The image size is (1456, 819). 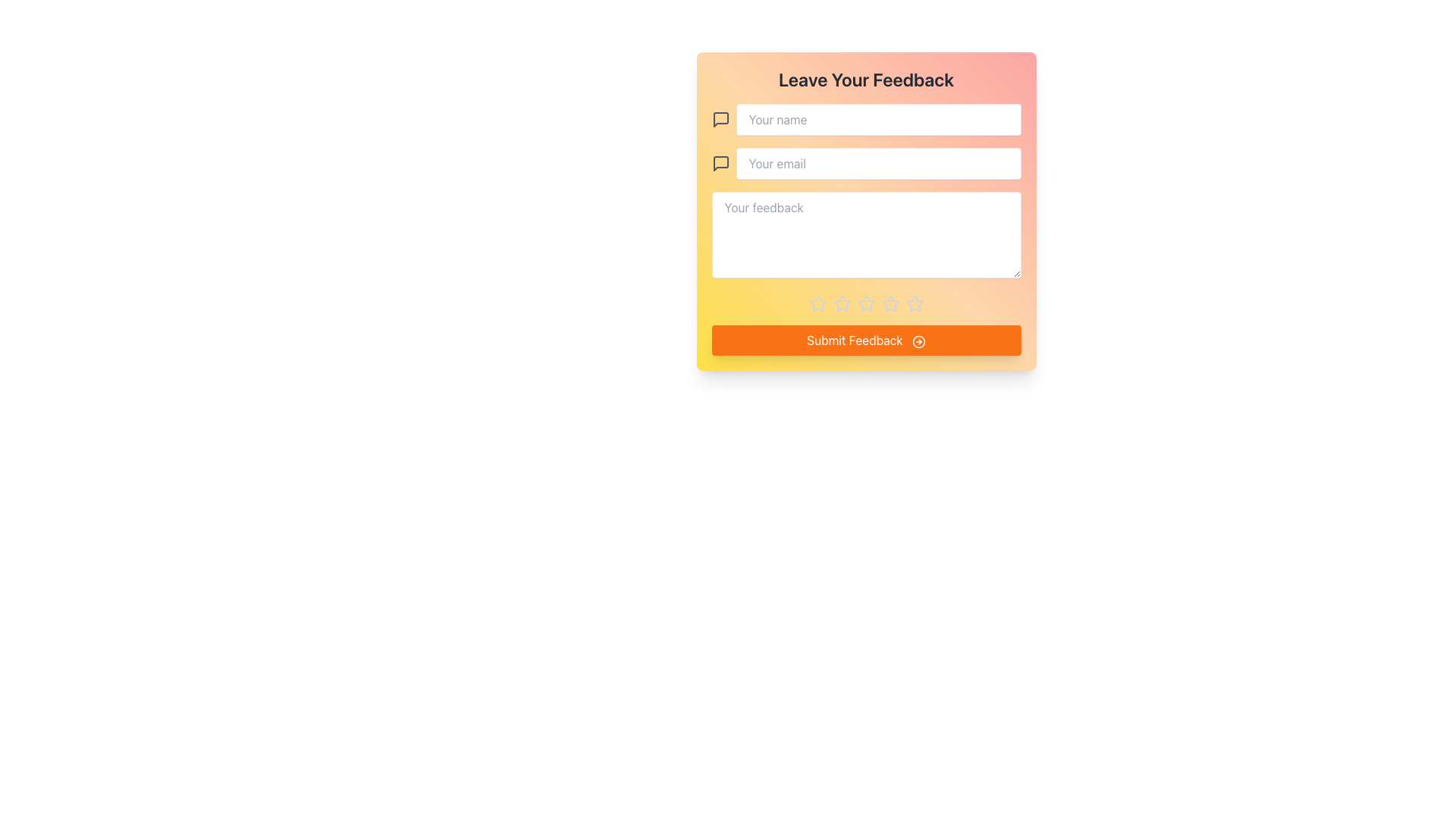 I want to click on the first star-shaped icon, so click(x=840, y=303).